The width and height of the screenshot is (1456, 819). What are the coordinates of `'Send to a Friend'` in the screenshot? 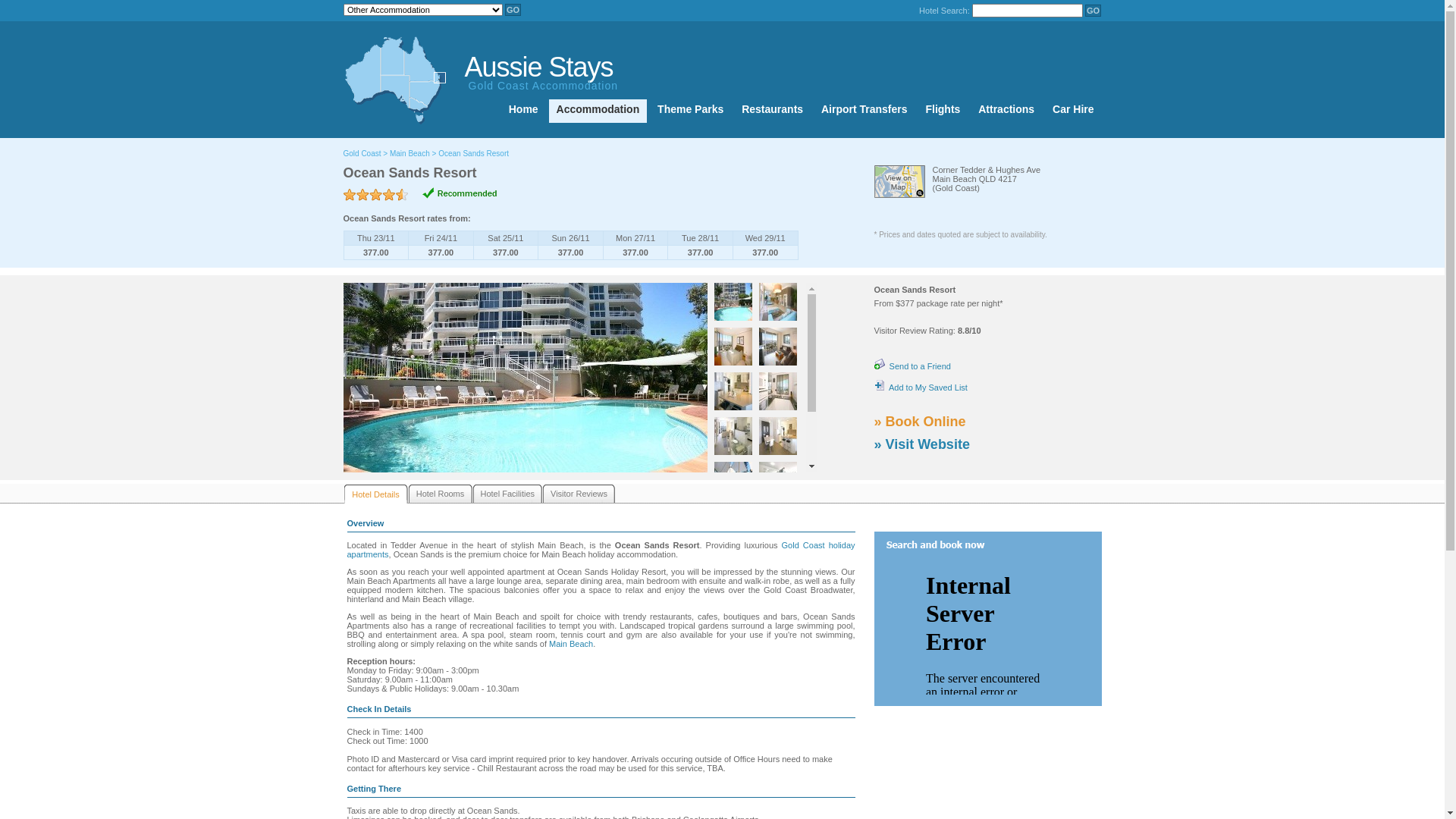 It's located at (874, 366).